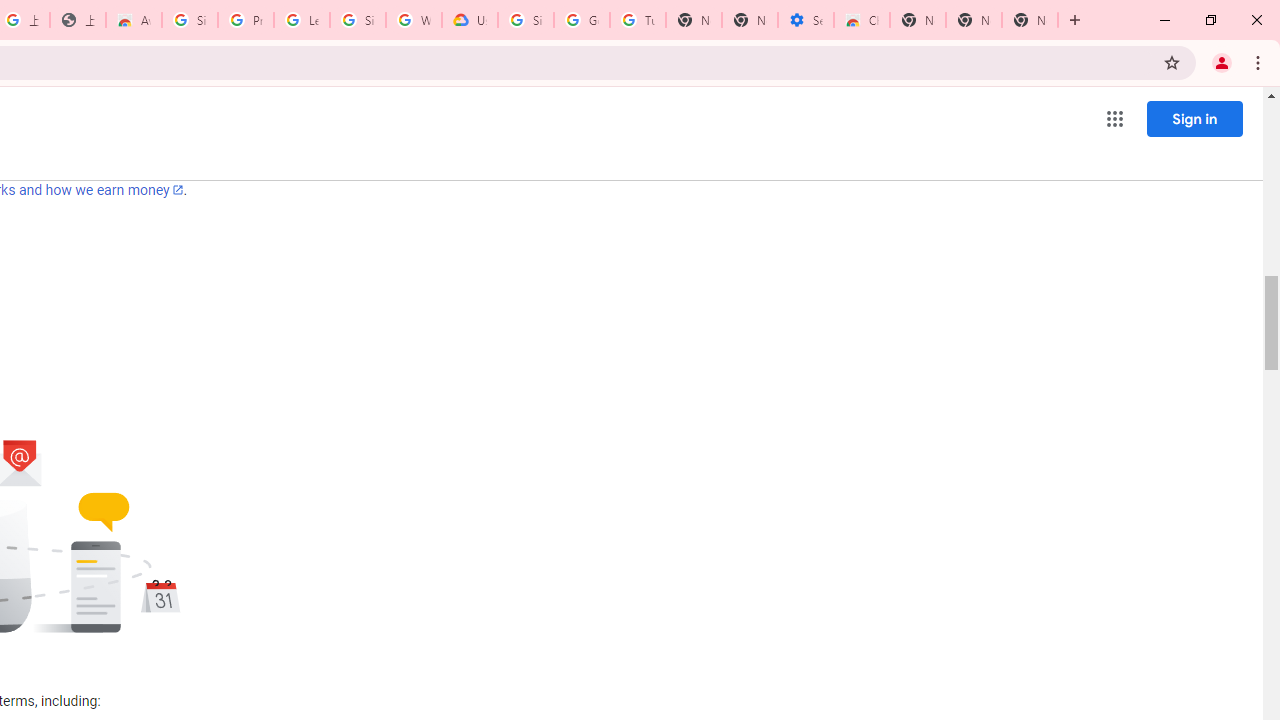 The height and width of the screenshot is (720, 1280). I want to click on 'Bookmark this tab', so click(1171, 61).